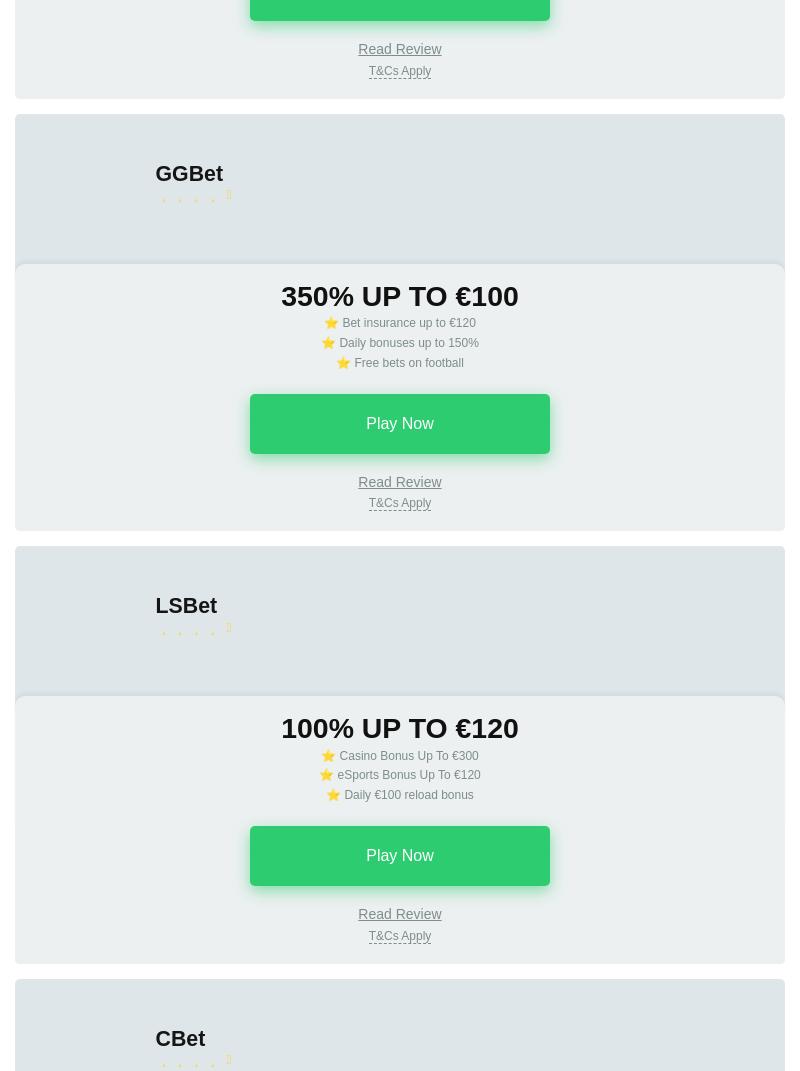 The width and height of the screenshot is (800, 1071). I want to click on '100% UP TO €120', so click(398, 727).